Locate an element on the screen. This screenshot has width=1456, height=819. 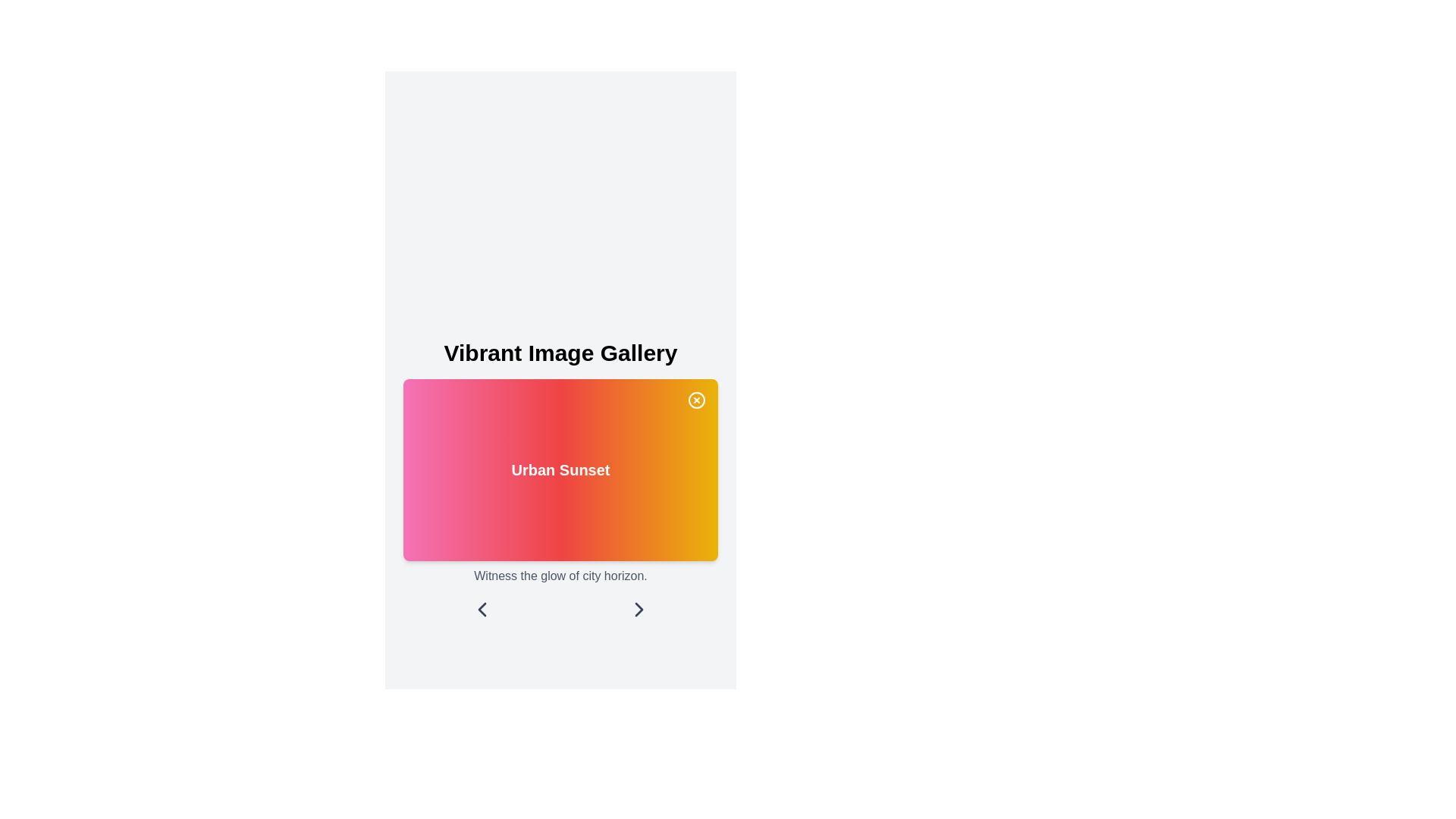
the right-pointing chevron icon for navigation located in the bottom-right corner beneath the 'Urban Sunset' gradient card is located at coordinates (639, 608).